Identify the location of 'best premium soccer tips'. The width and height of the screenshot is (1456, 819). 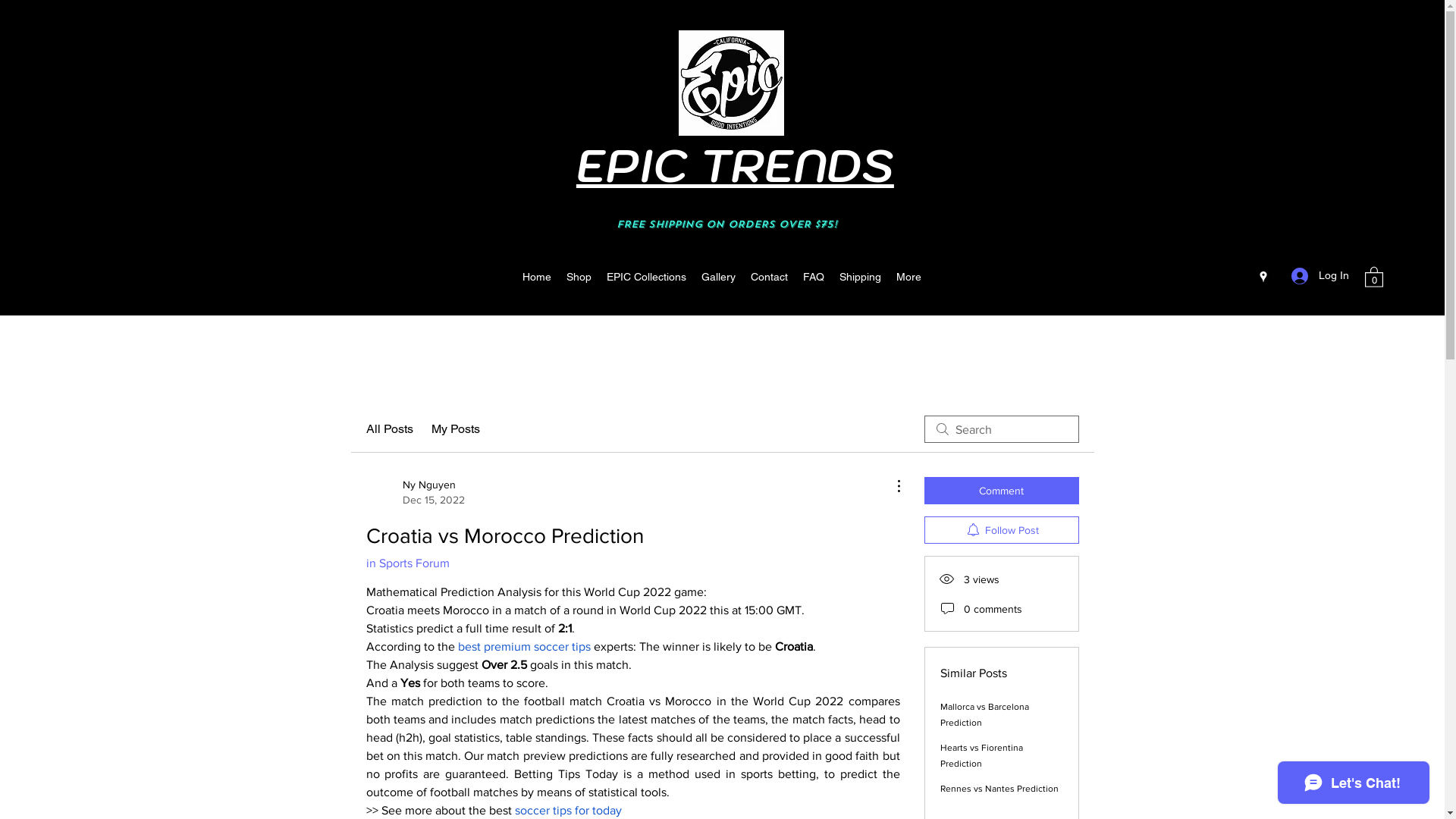
(524, 646).